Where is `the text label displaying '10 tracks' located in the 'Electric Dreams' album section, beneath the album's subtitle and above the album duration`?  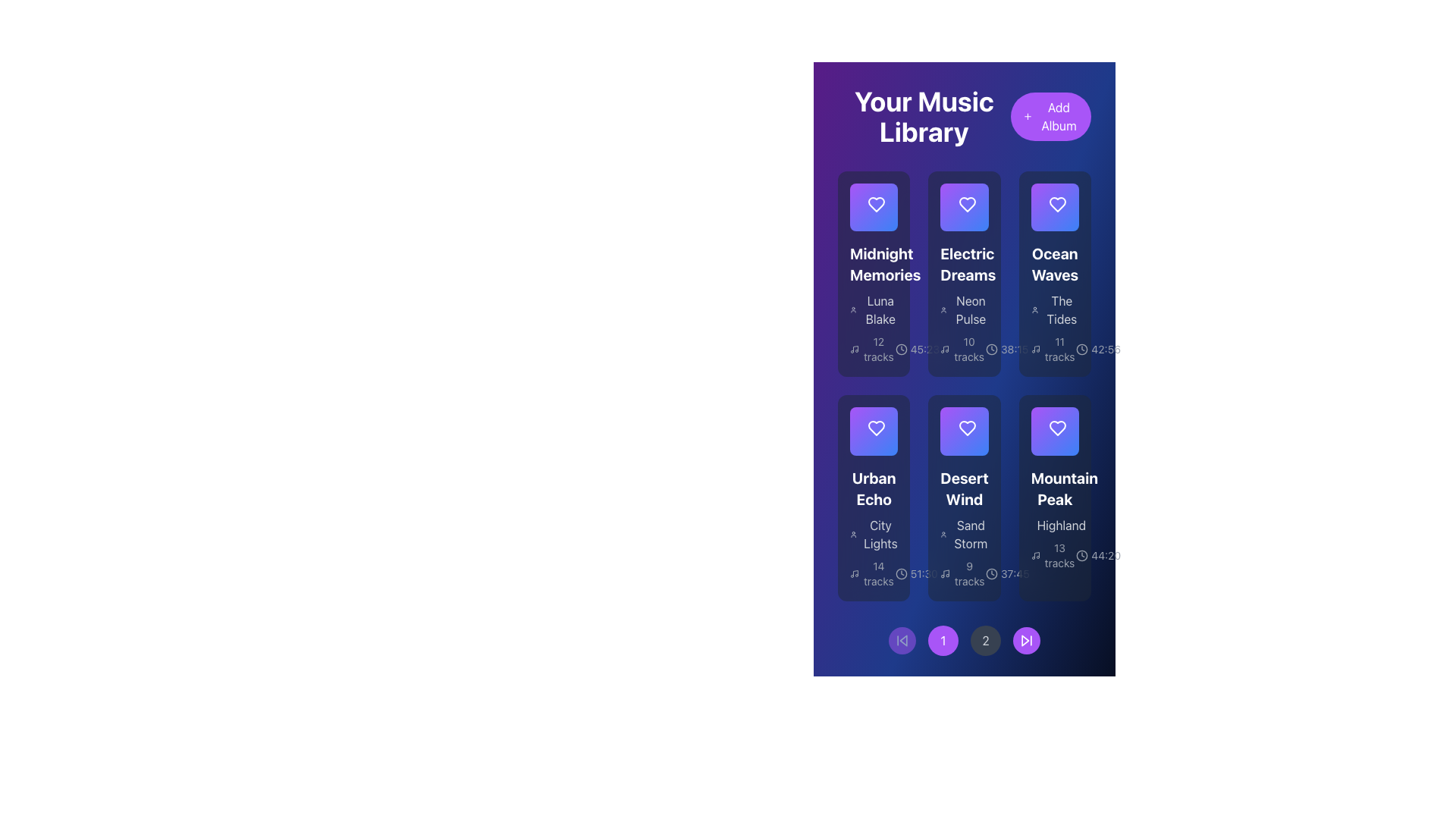
the text label displaying '10 tracks' located in the 'Electric Dreams' album section, beneath the album's subtitle and above the album duration is located at coordinates (968, 350).